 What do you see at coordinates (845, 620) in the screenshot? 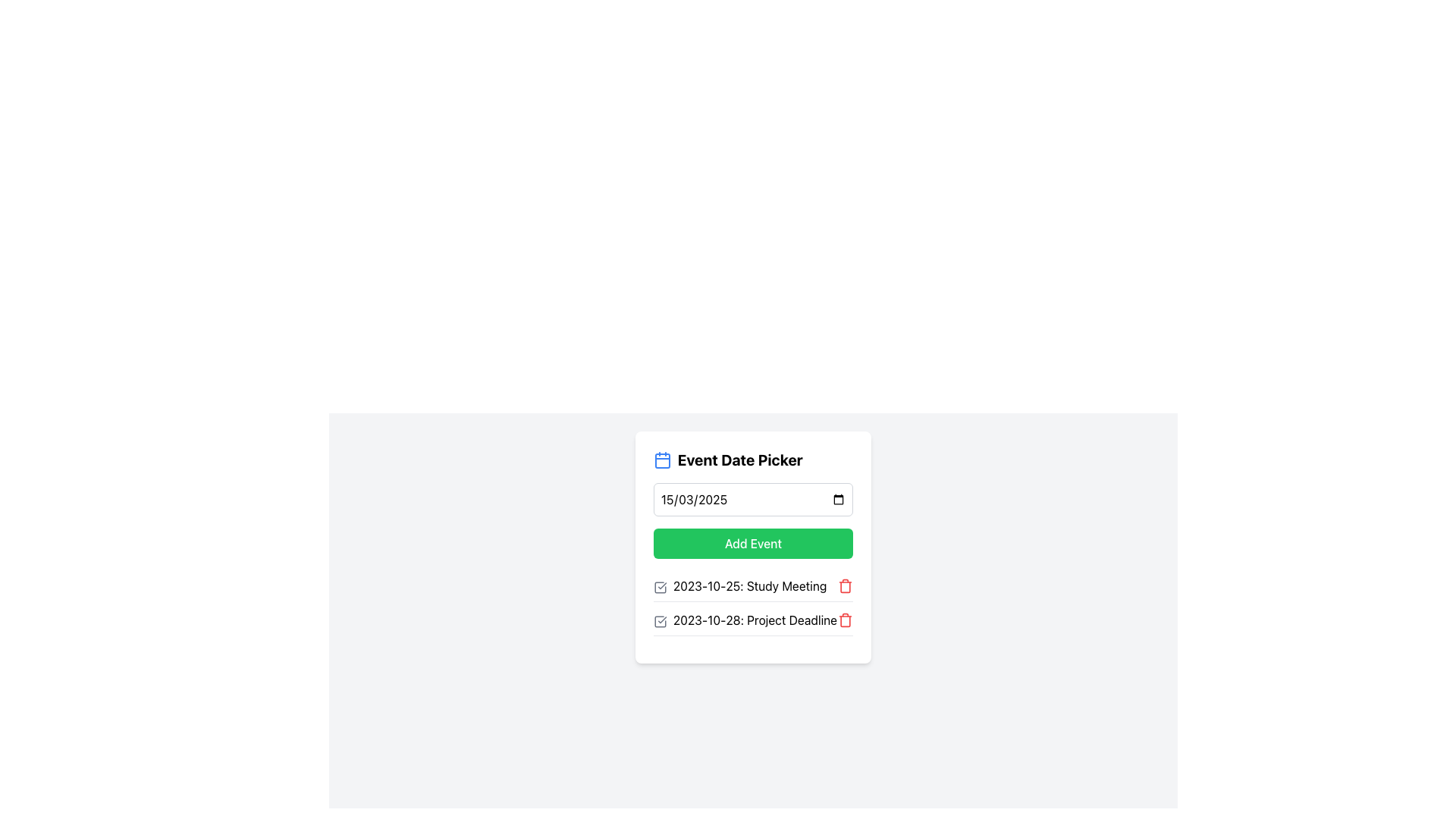
I see `the delete button located to the far right of the text '2023-10-28: Project Deadline'` at bounding box center [845, 620].